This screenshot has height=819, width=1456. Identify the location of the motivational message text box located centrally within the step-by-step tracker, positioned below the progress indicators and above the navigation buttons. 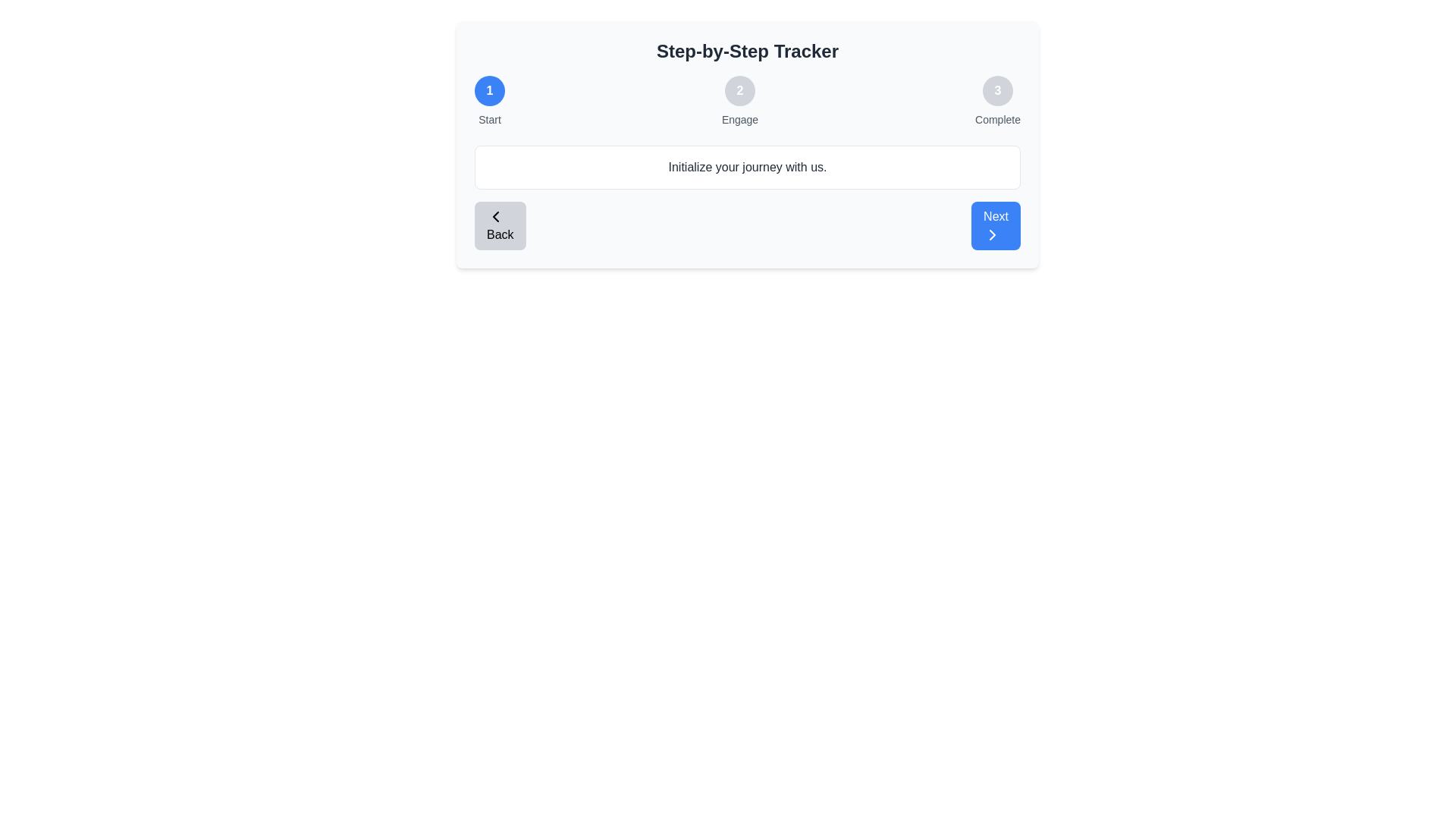
(747, 167).